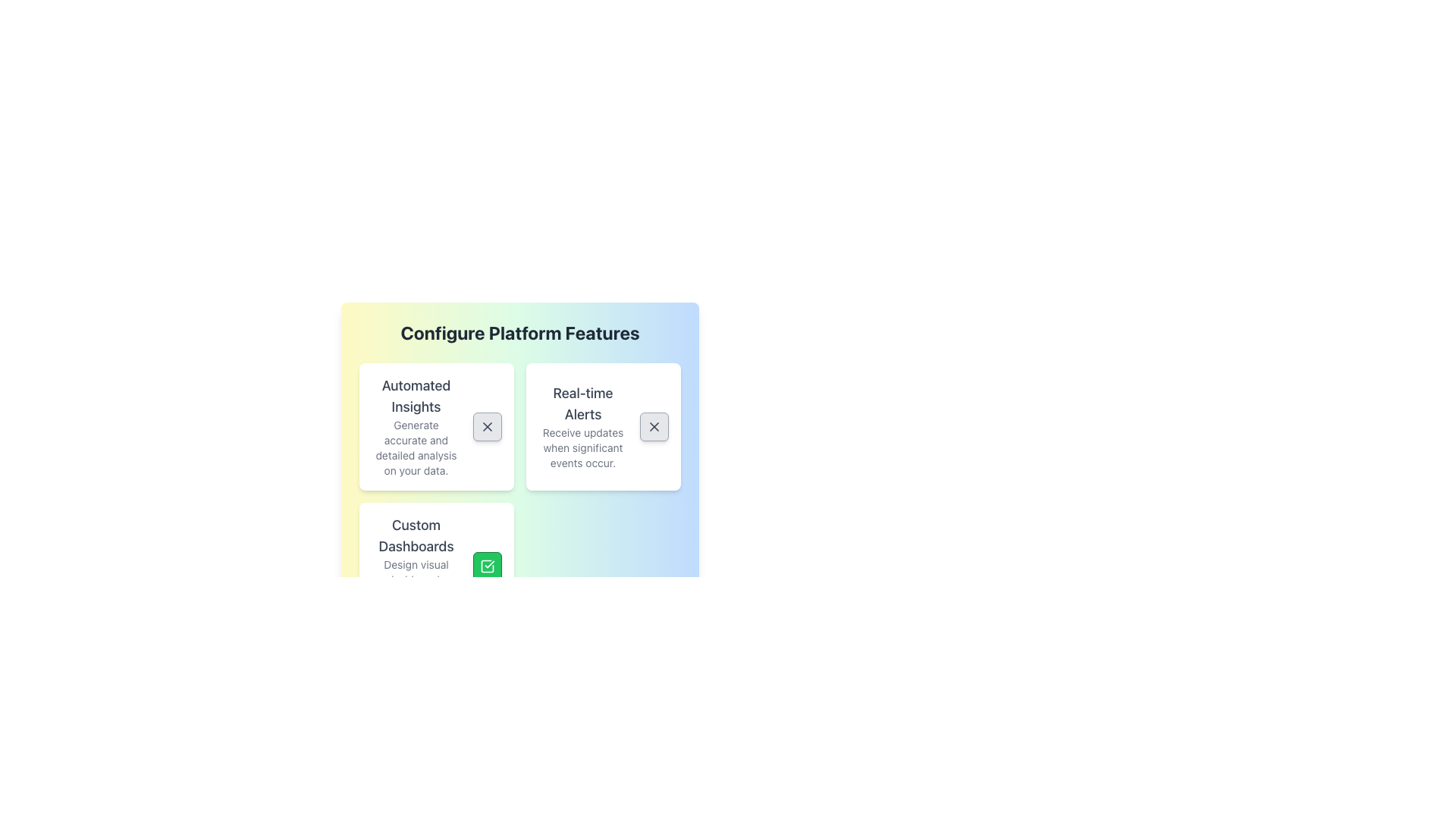 The width and height of the screenshot is (1456, 819). I want to click on the header text element located in the lower-left part of the card layout, which summarizes the functionality of the associated content, so click(416, 535).